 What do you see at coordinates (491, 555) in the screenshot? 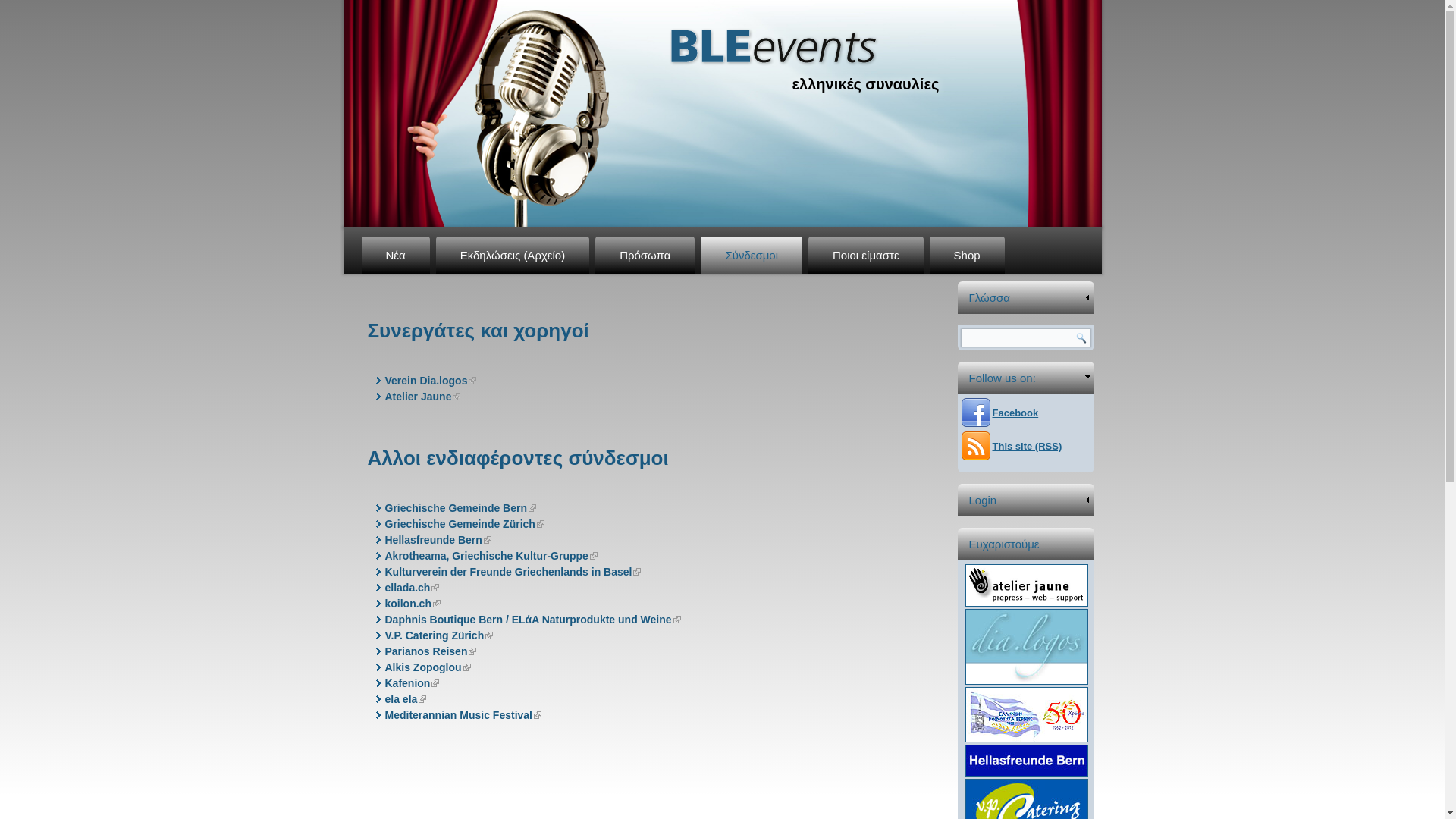
I see `'Akrotheama, Griechische Kultur-Gruppe` at bounding box center [491, 555].